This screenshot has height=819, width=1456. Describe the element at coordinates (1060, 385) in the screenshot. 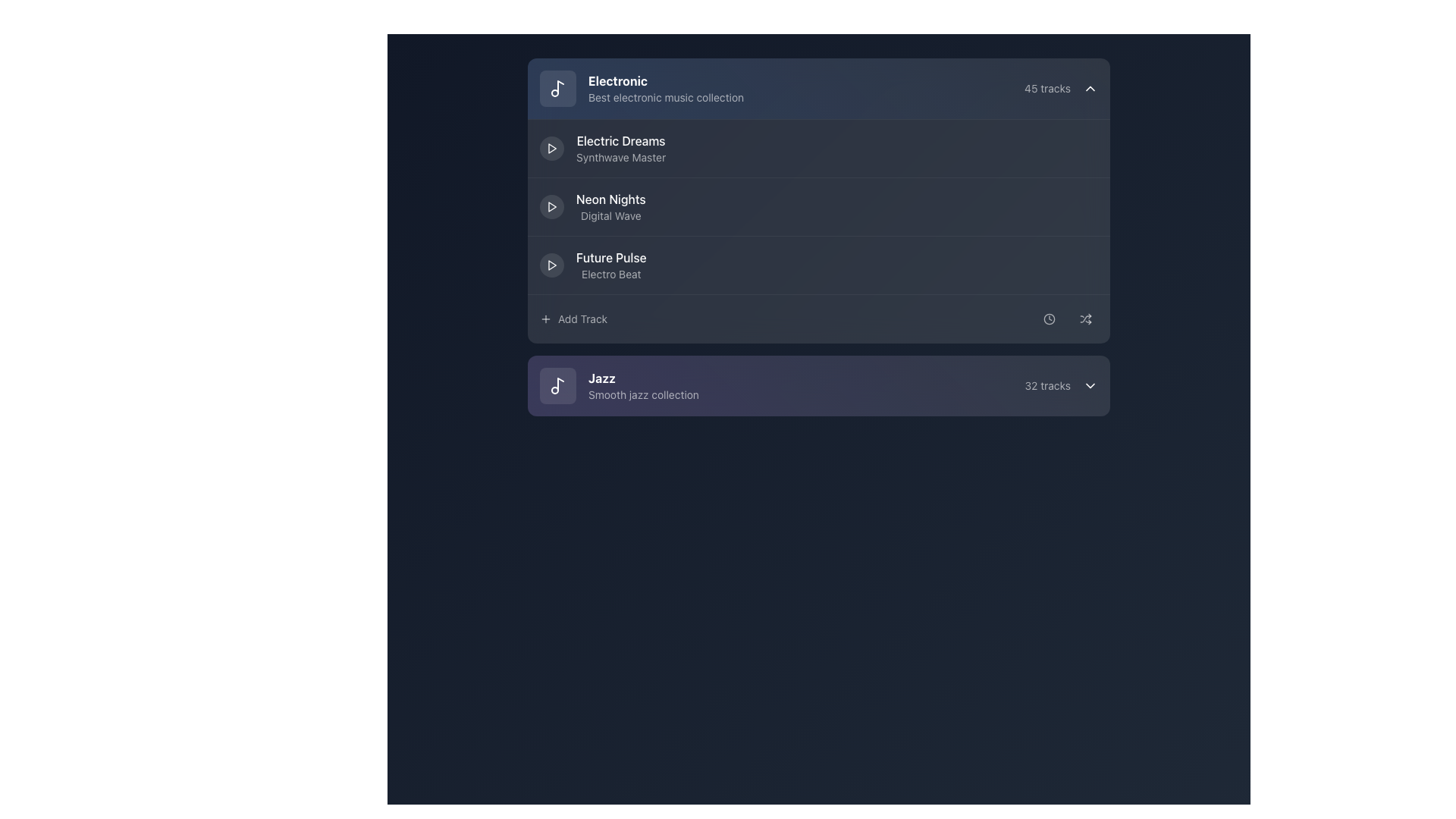

I see `the composite UI component that indicates the number of tracks available in the 'Jazz' collection, located to the right of the 'Jazz Smooth jazz collection' title` at that location.